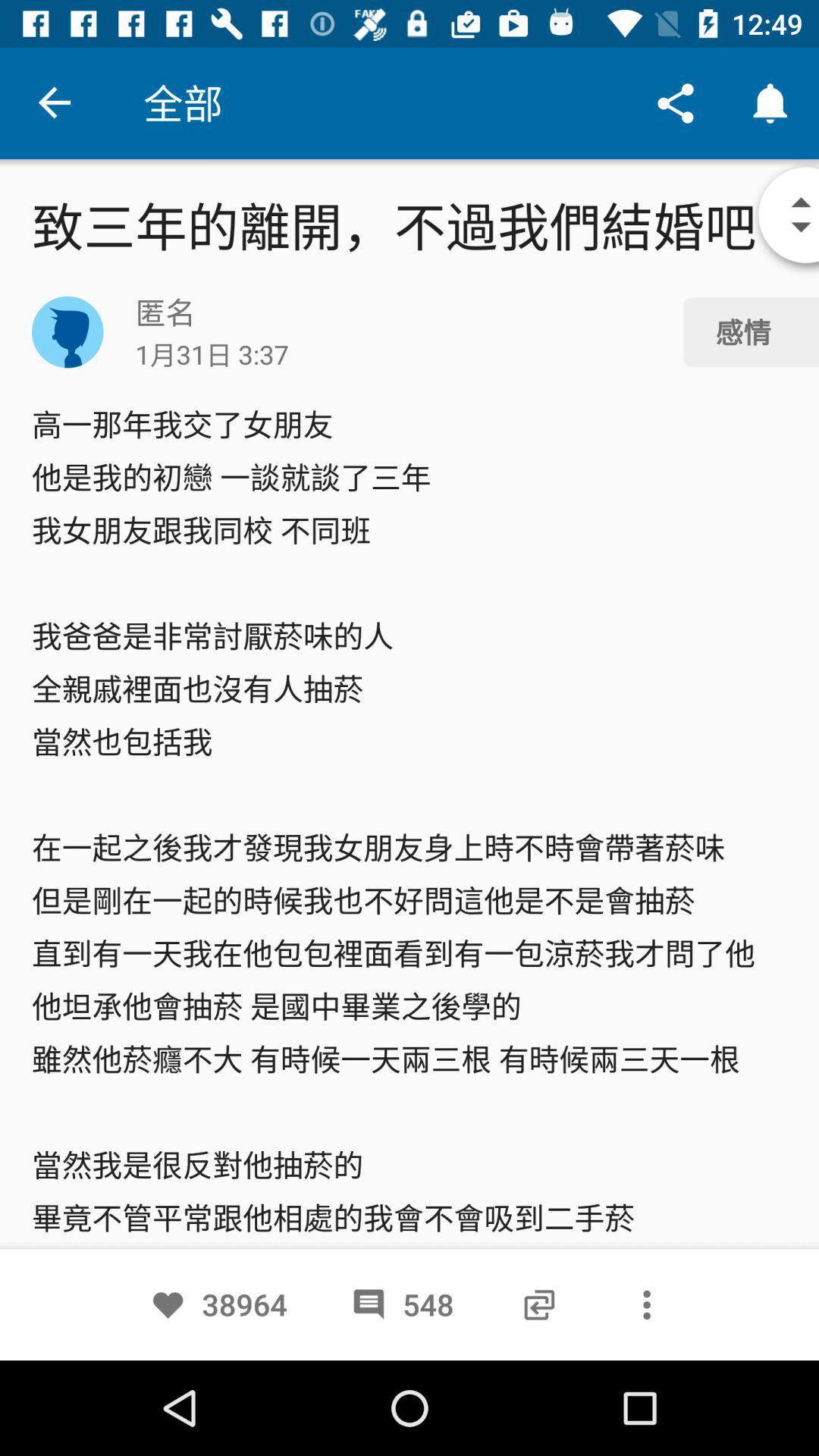 Image resolution: width=819 pixels, height=1456 pixels. Describe the element at coordinates (647, 1304) in the screenshot. I see `the more icon` at that location.